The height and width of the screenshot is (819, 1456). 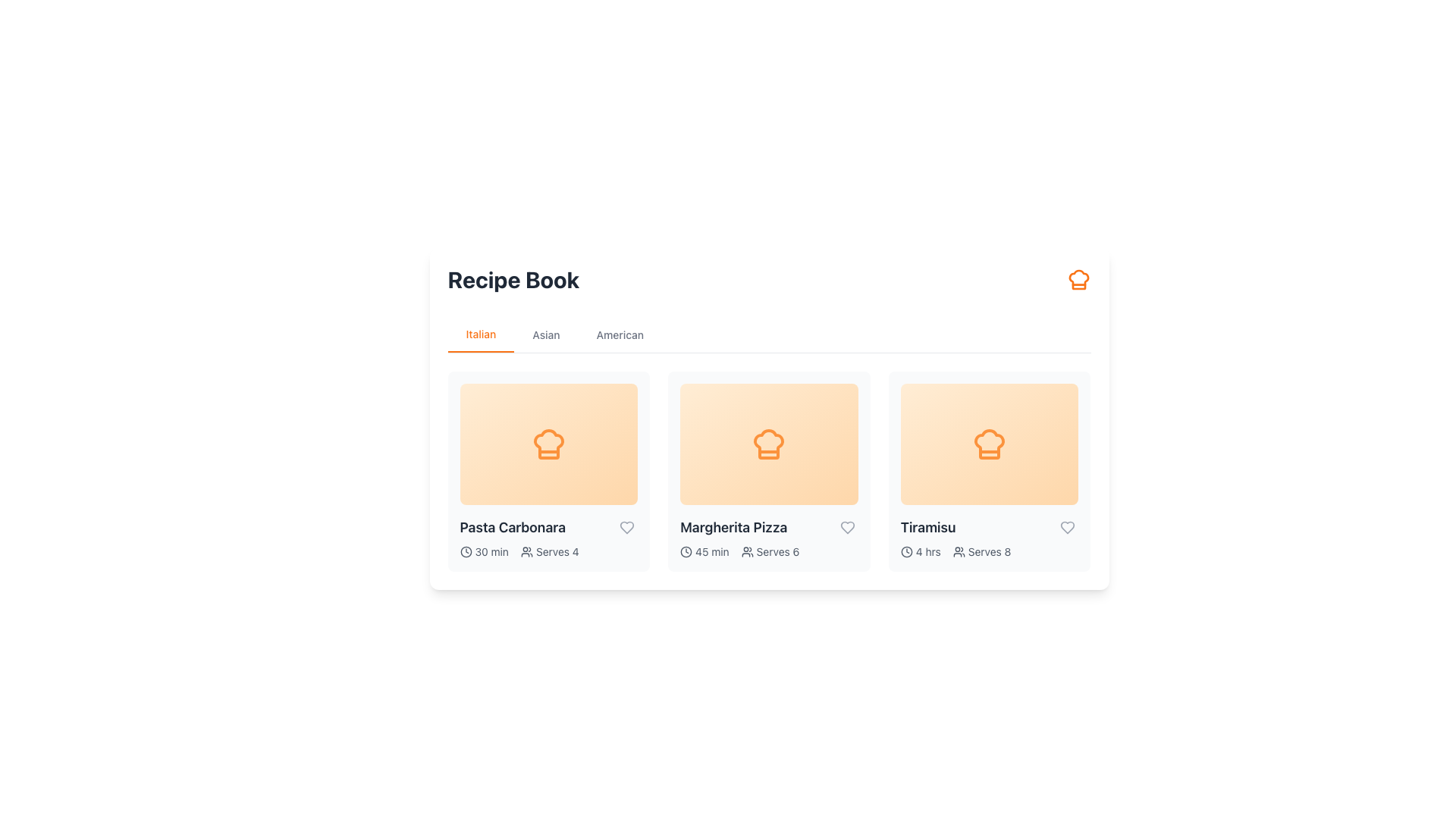 I want to click on the gradient-colored rectangular card with rounded corners that contains a centered chef hat icon, located in the rightmost column of the Italian recipes grid, so click(x=990, y=444).